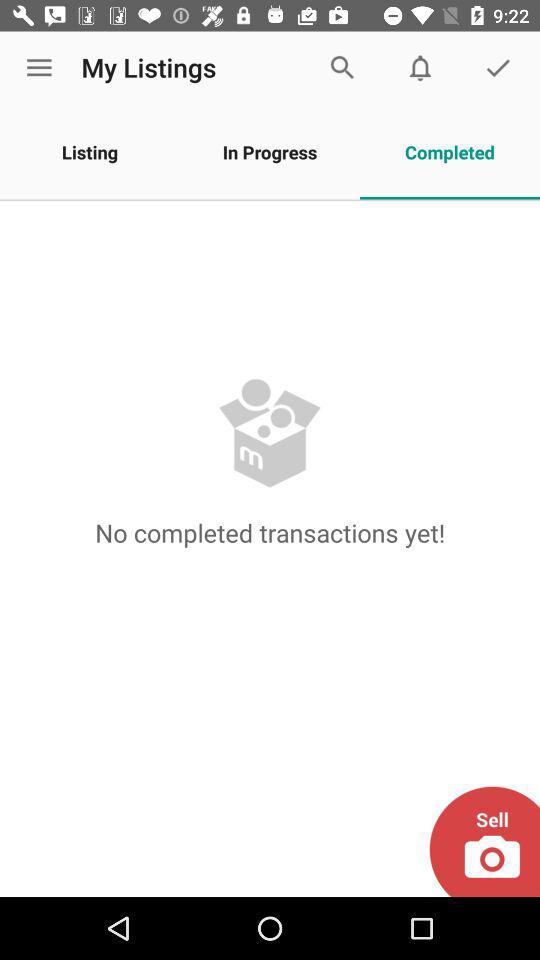 The width and height of the screenshot is (540, 960). What do you see at coordinates (39, 68) in the screenshot?
I see `the item next to the my listings icon` at bounding box center [39, 68].